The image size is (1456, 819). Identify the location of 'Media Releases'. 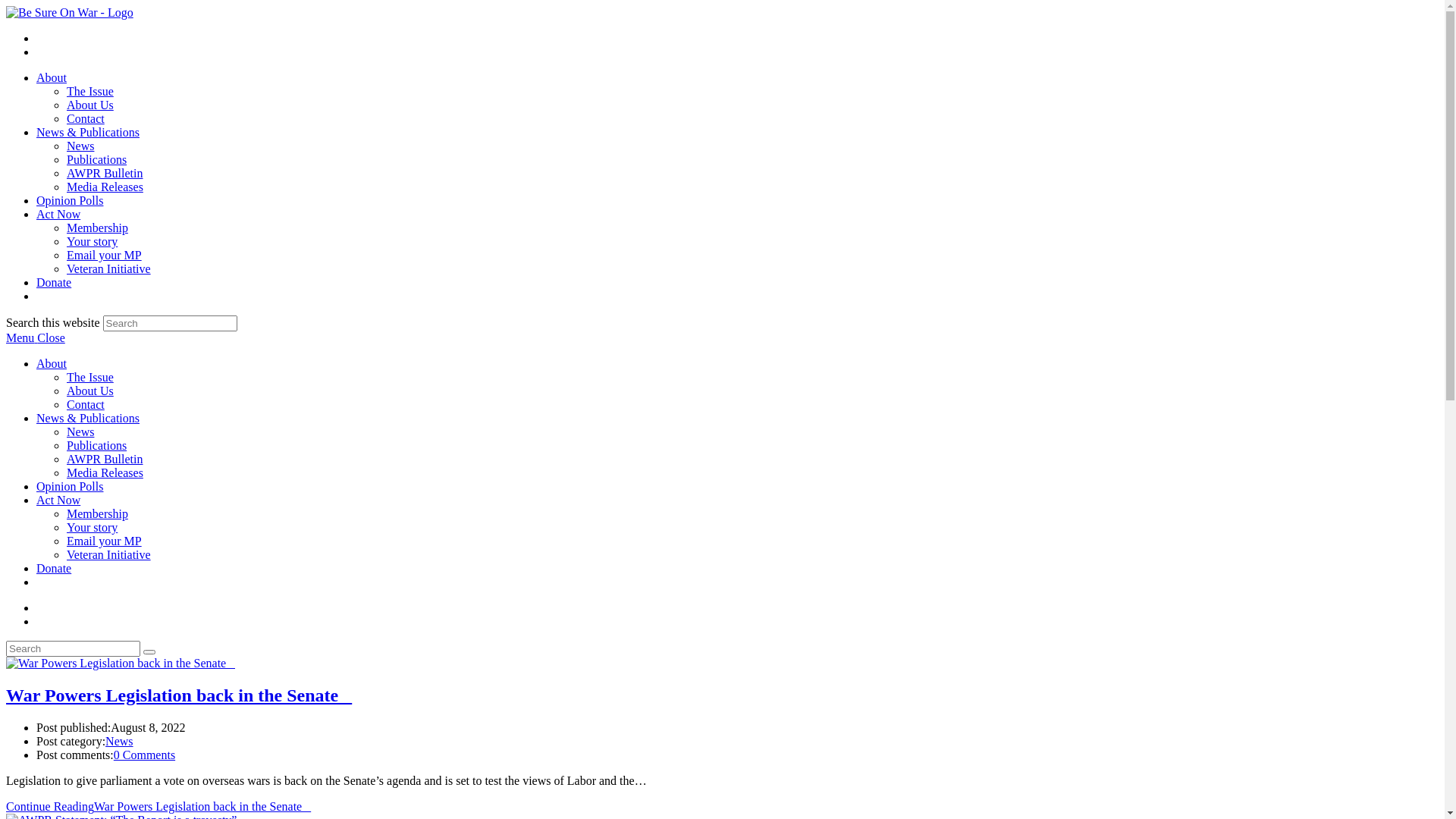
(104, 186).